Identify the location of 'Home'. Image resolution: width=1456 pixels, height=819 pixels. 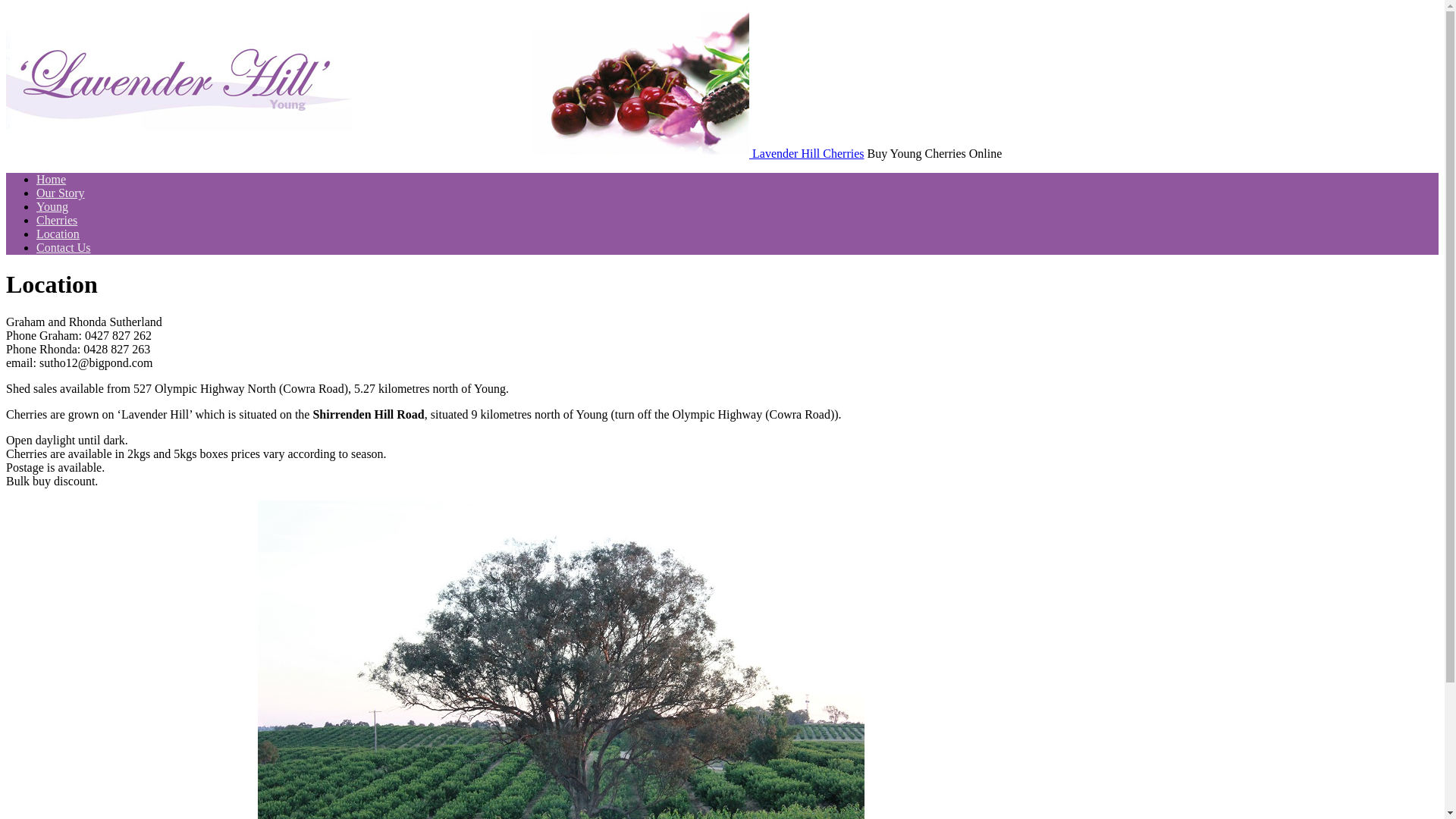
(51, 178).